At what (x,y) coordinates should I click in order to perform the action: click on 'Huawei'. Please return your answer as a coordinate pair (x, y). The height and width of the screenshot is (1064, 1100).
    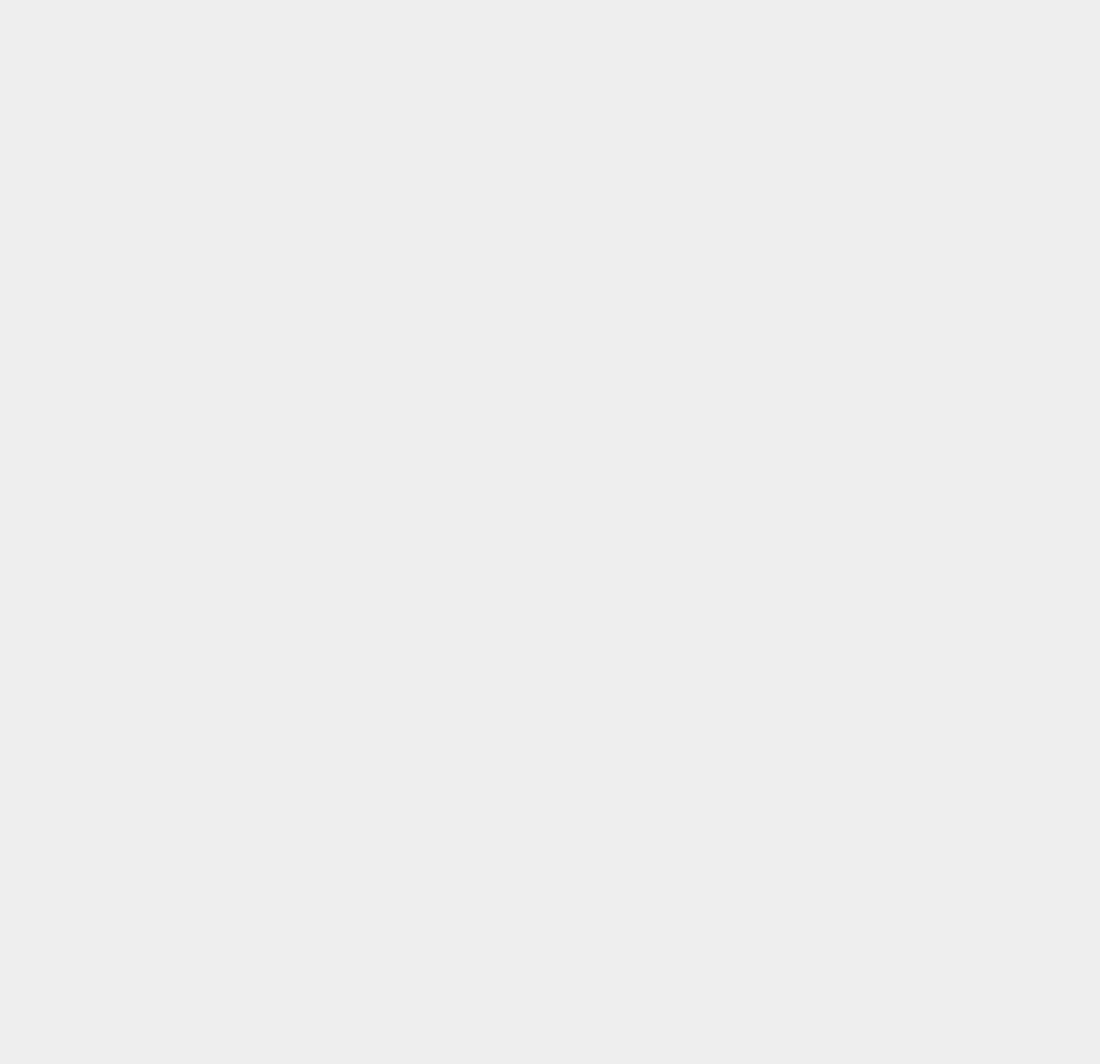
    Looking at the image, I should click on (801, 773).